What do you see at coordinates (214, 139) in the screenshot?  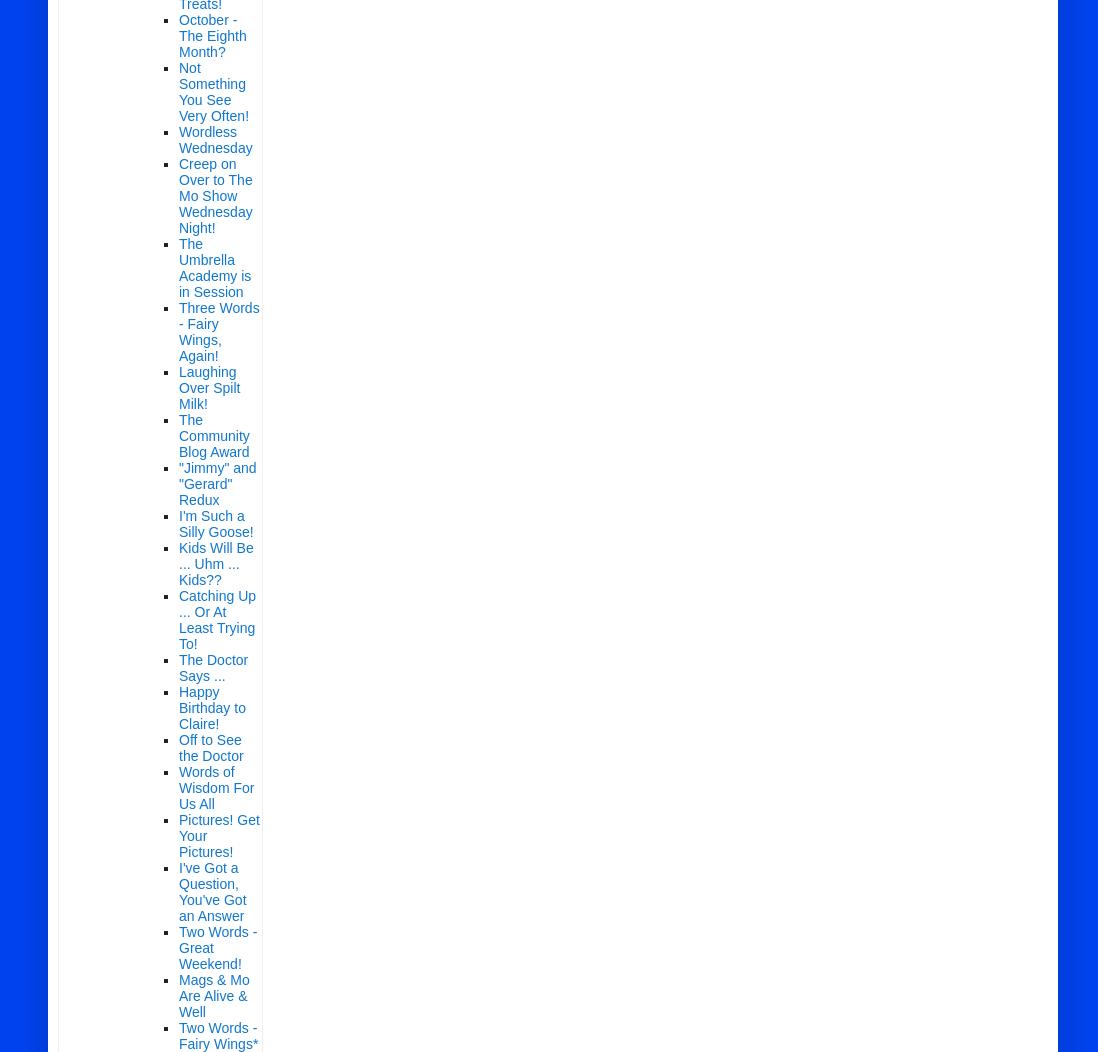 I see `'Wordless Wednesday'` at bounding box center [214, 139].